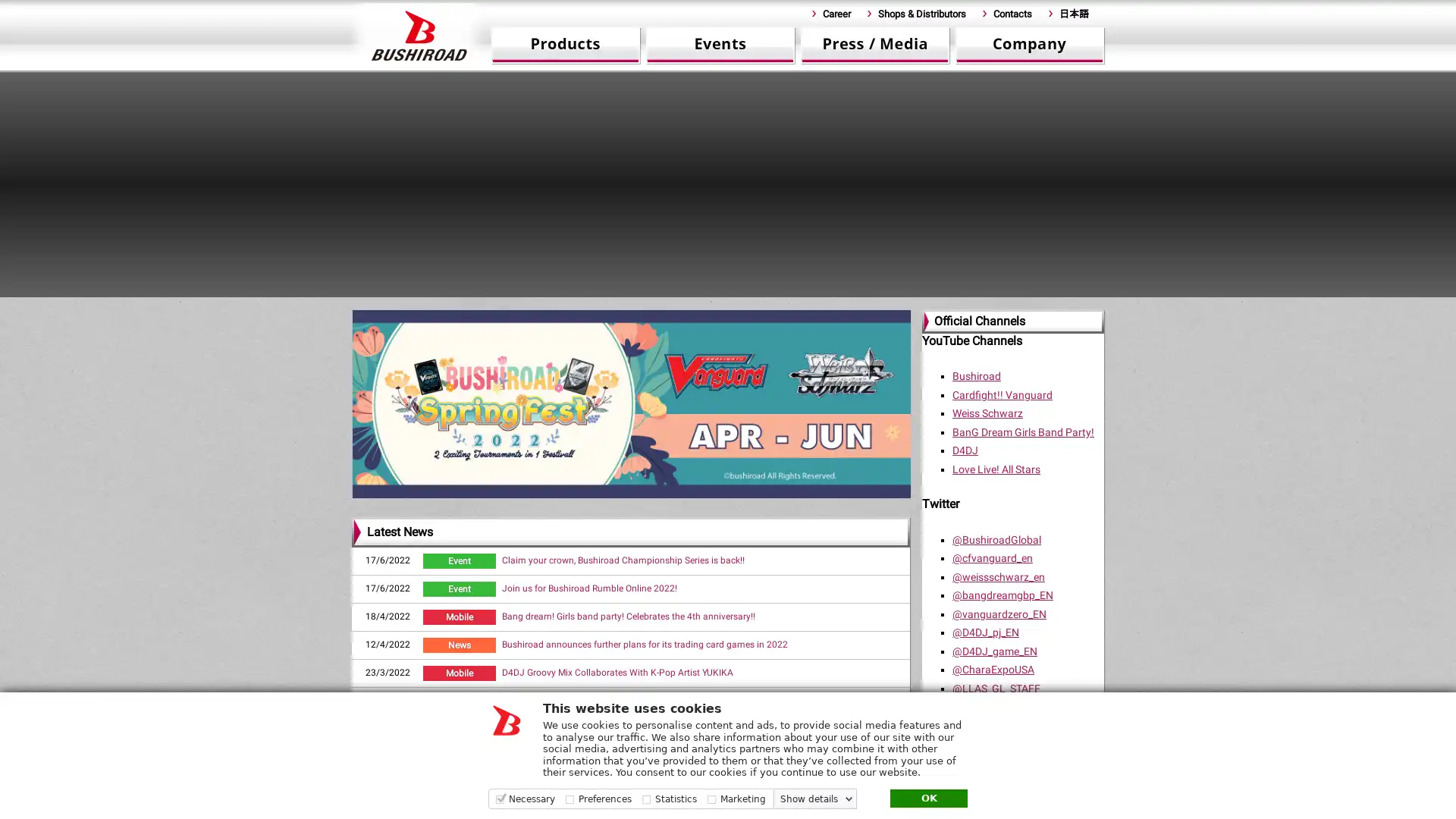  What do you see at coordinates (852, 291) in the screenshot?
I see `14` at bounding box center [852, 291].